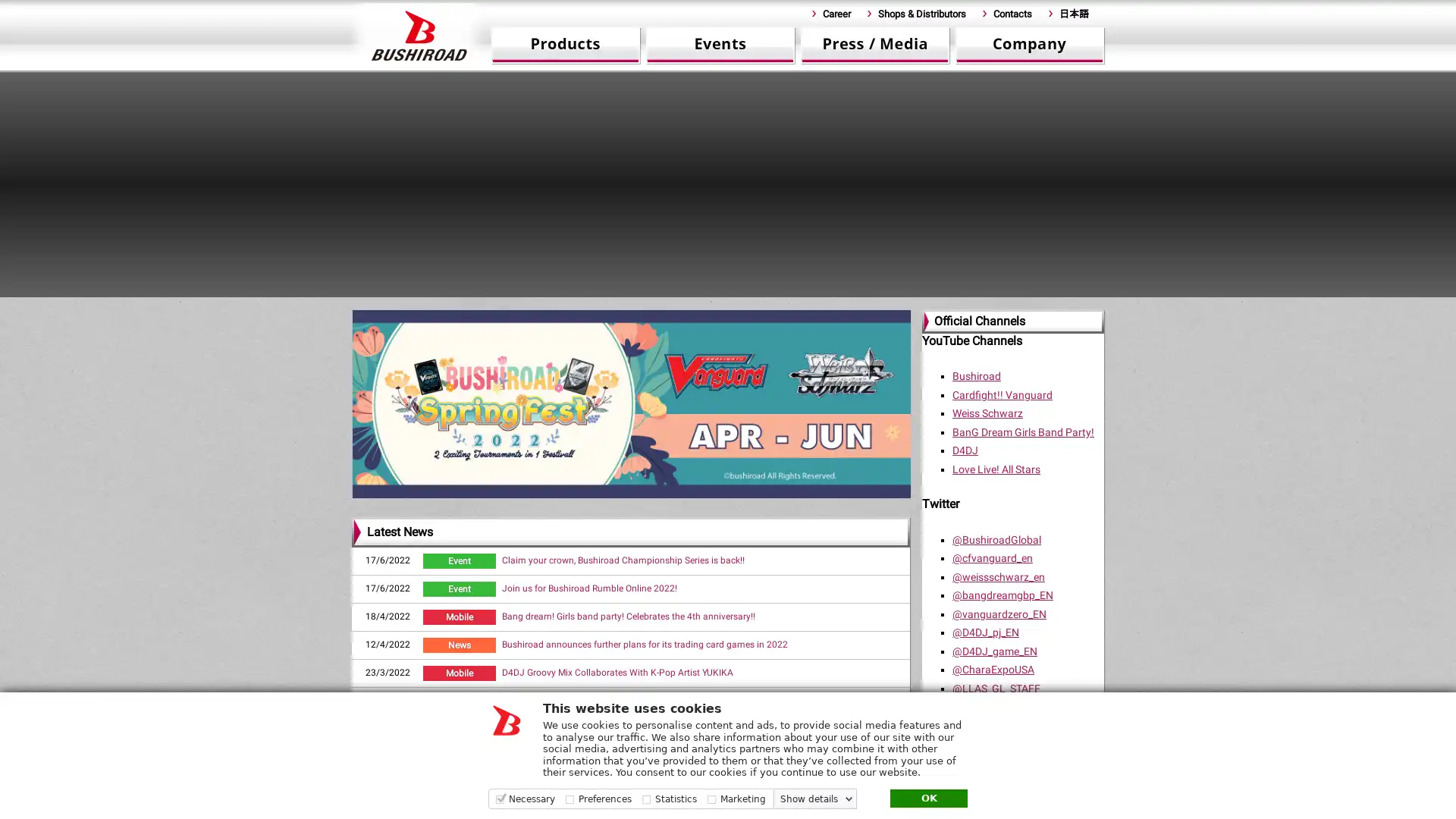  What do you see at coordinates (852, 291) in the screenshot?
I see `14` at bounding box center [852, 291].